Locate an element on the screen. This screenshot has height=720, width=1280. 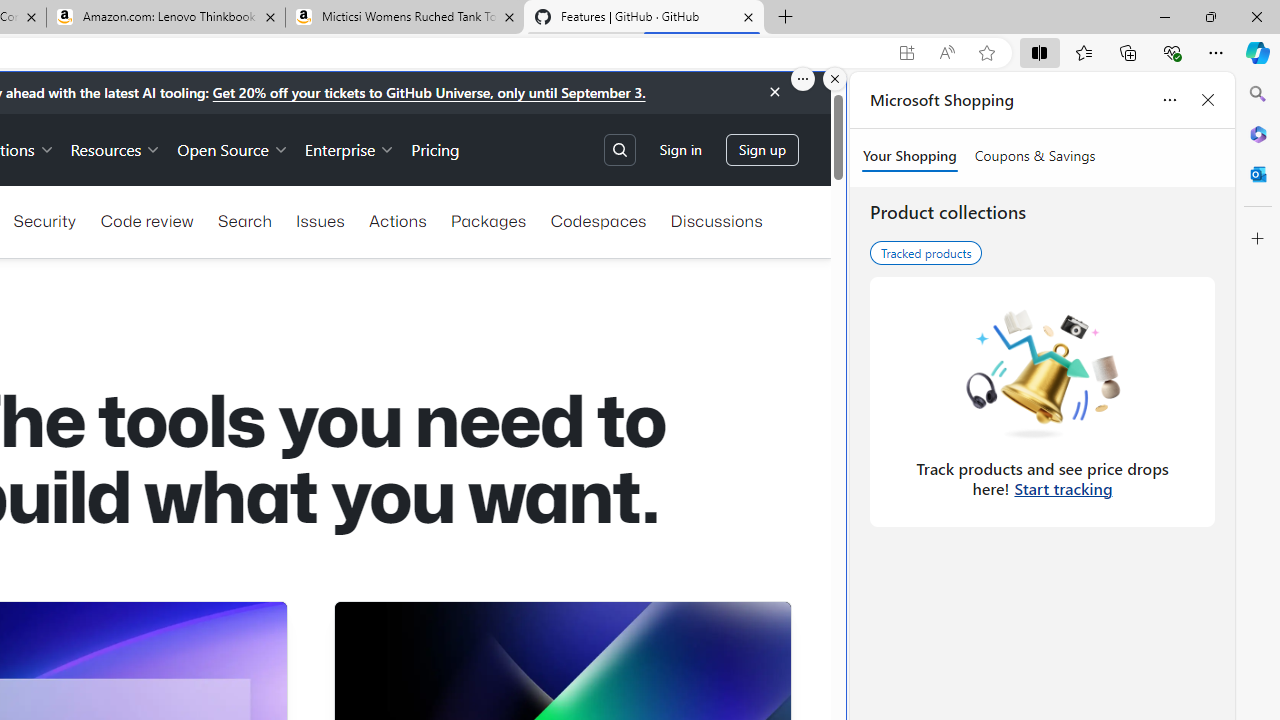
'Discussions' is located at coordinates (716, 221).